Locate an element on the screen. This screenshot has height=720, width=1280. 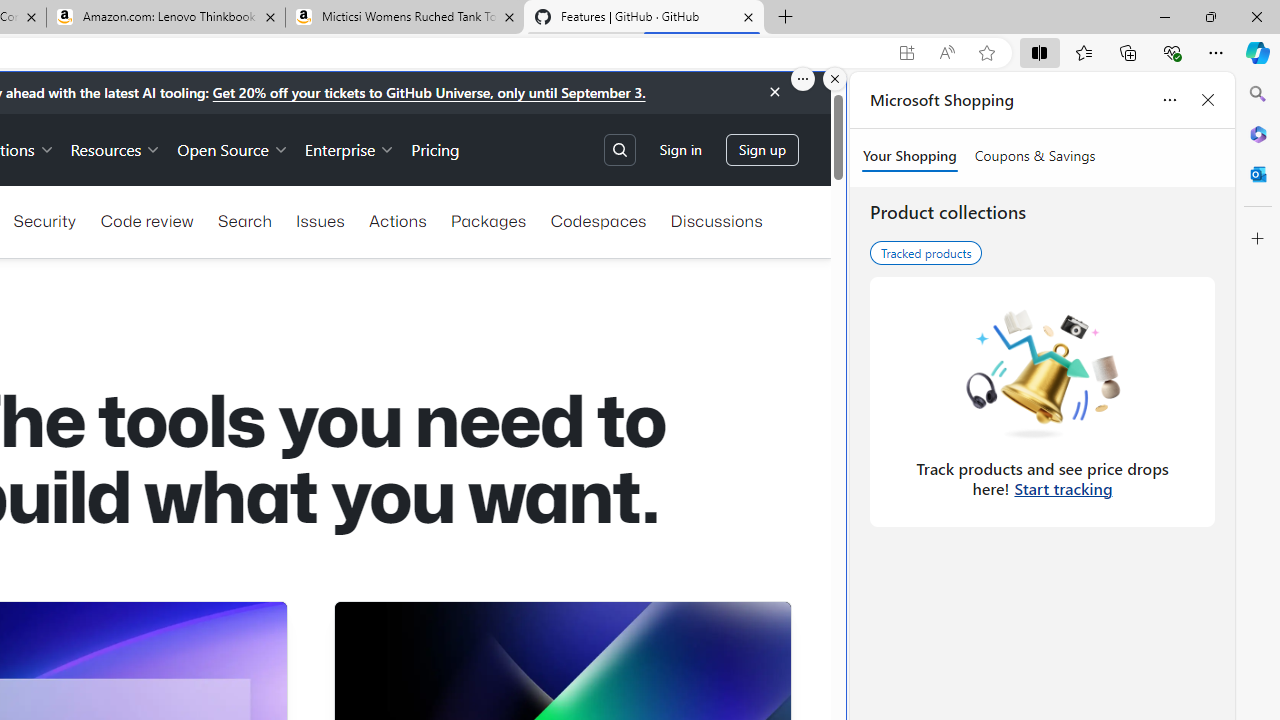
'Discussions' is located at coordinates (716, 221).